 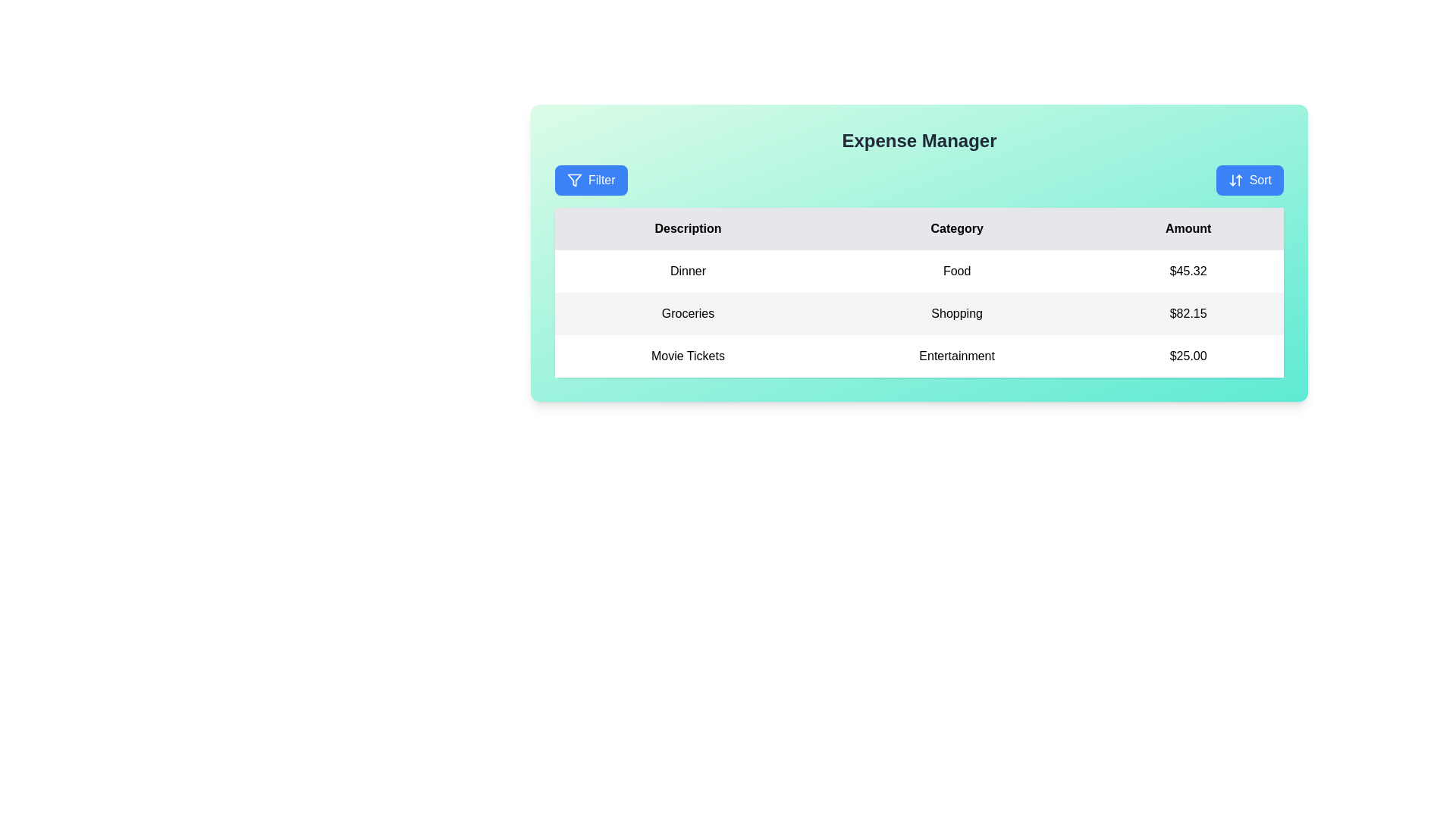 What do you see at coordinates (956, 228) in the screenshot?
I see `the 'Category' column header in the table, which serves as a label for the data below it, indicating categories` at bounding box center [956, 228].